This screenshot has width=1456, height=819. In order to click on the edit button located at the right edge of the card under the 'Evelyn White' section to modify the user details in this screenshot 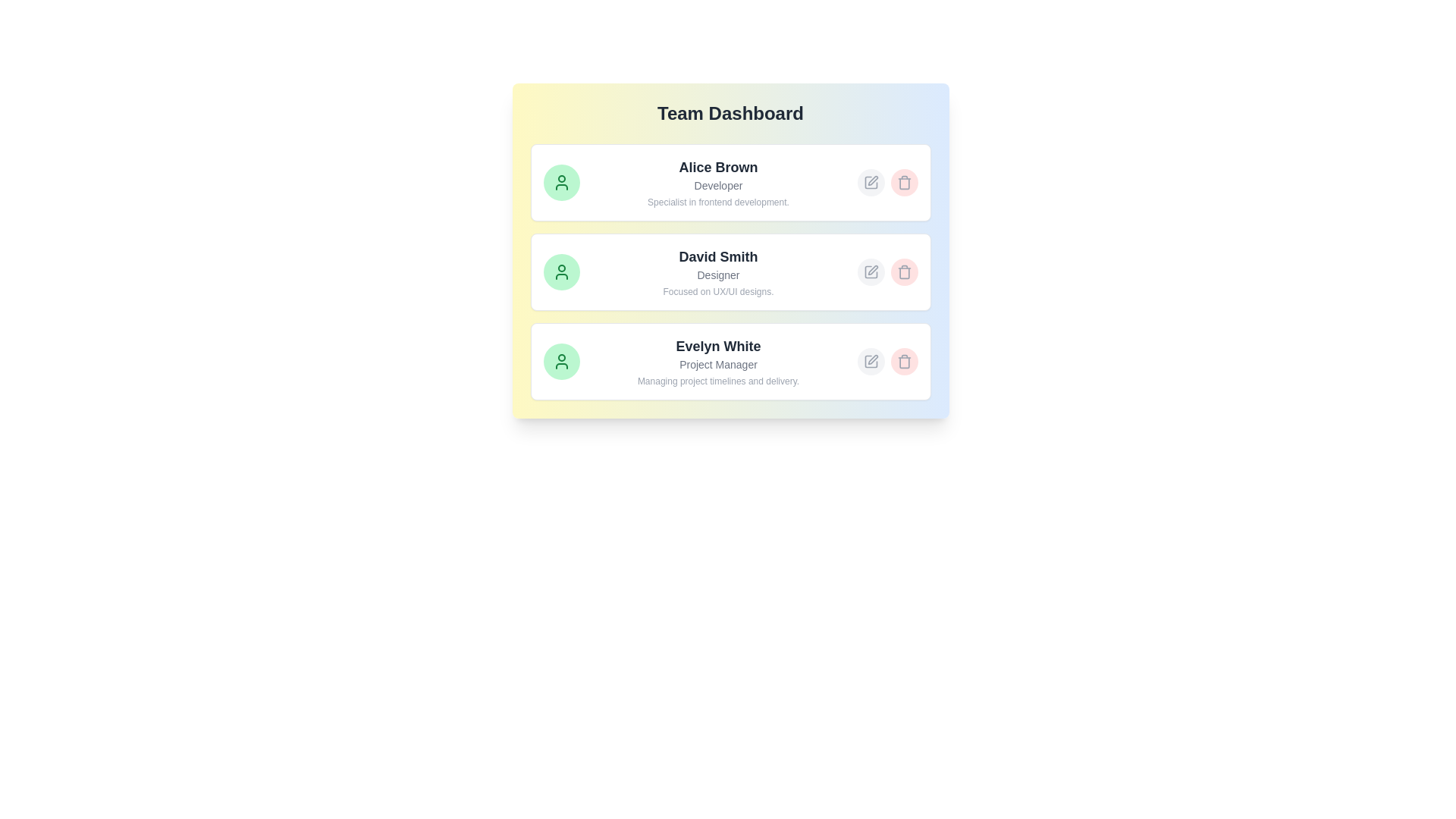, I will do `click(887, 362)`.